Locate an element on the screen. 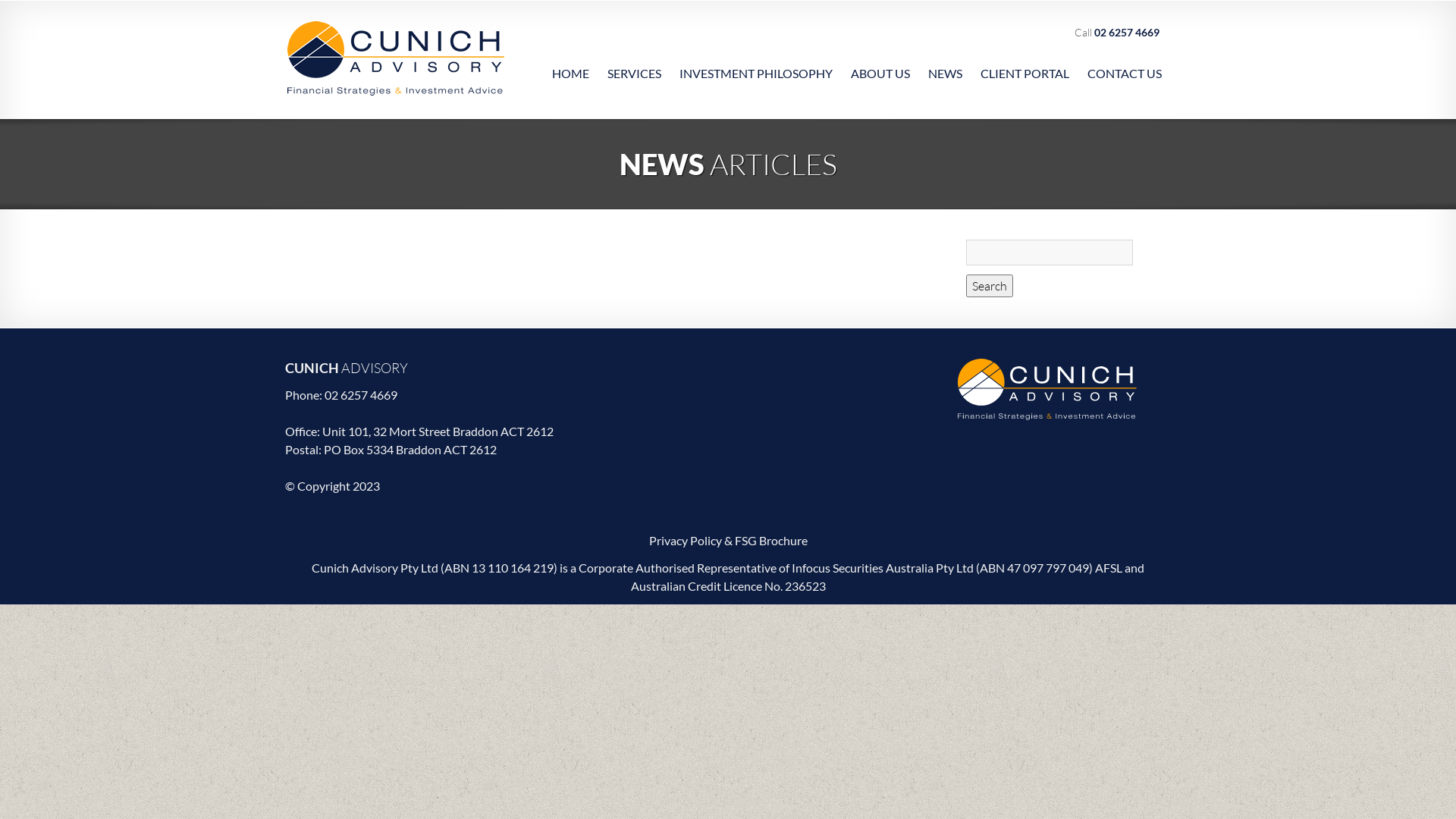  'CONTACT US' is located at coordinates (1125, 62).